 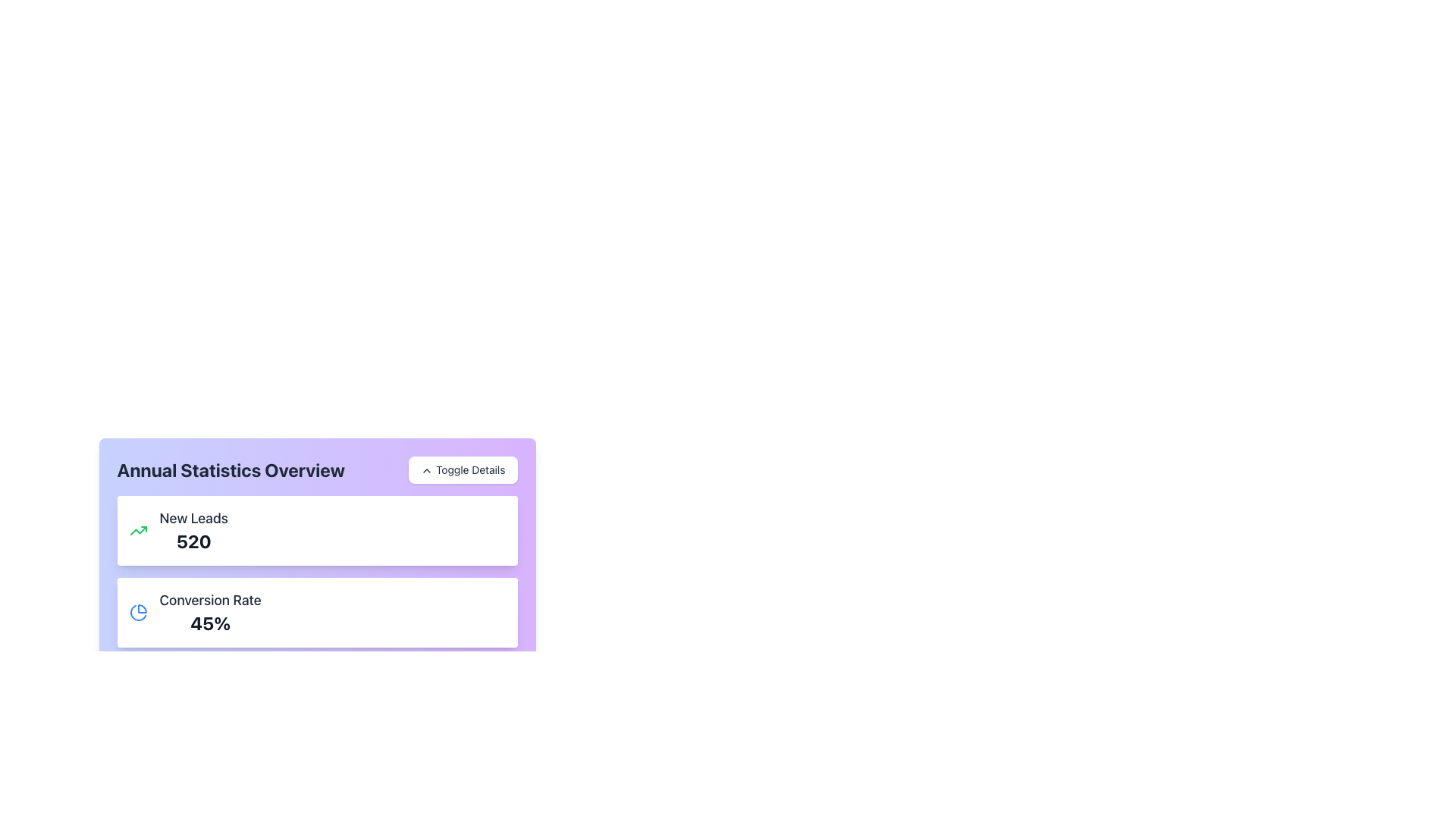 What do you see at coordinates (426, 470) in the screenshot?
I see `the central upward-pointing chevron icon within the 'Toggle Details' button located in the top-right corner of the purple heading block labeled 'Annual Statistics Overview'` at bounding box center [426, 470].